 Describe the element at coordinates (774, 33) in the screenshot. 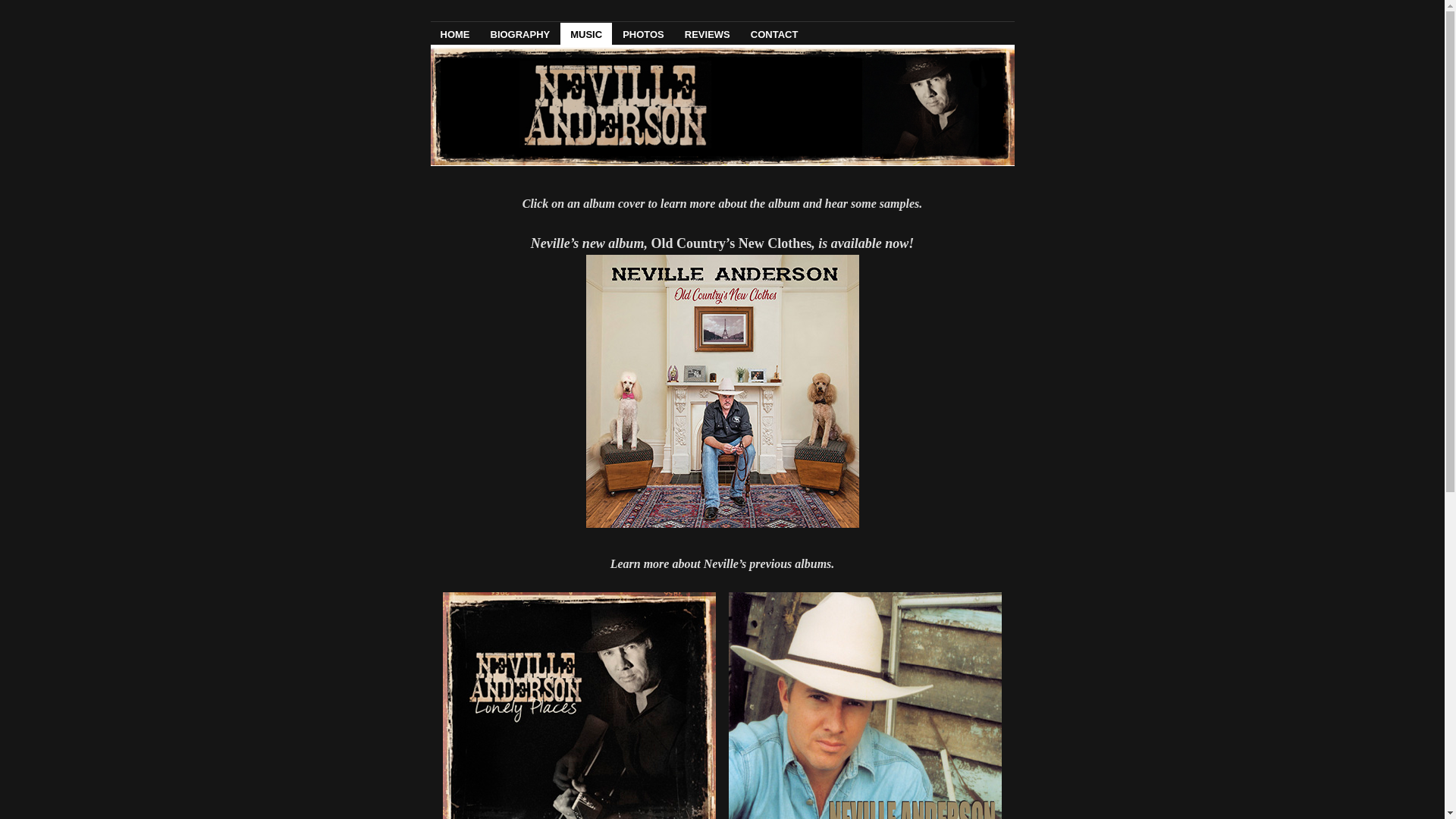

I see `'CONTACT'` at that location.